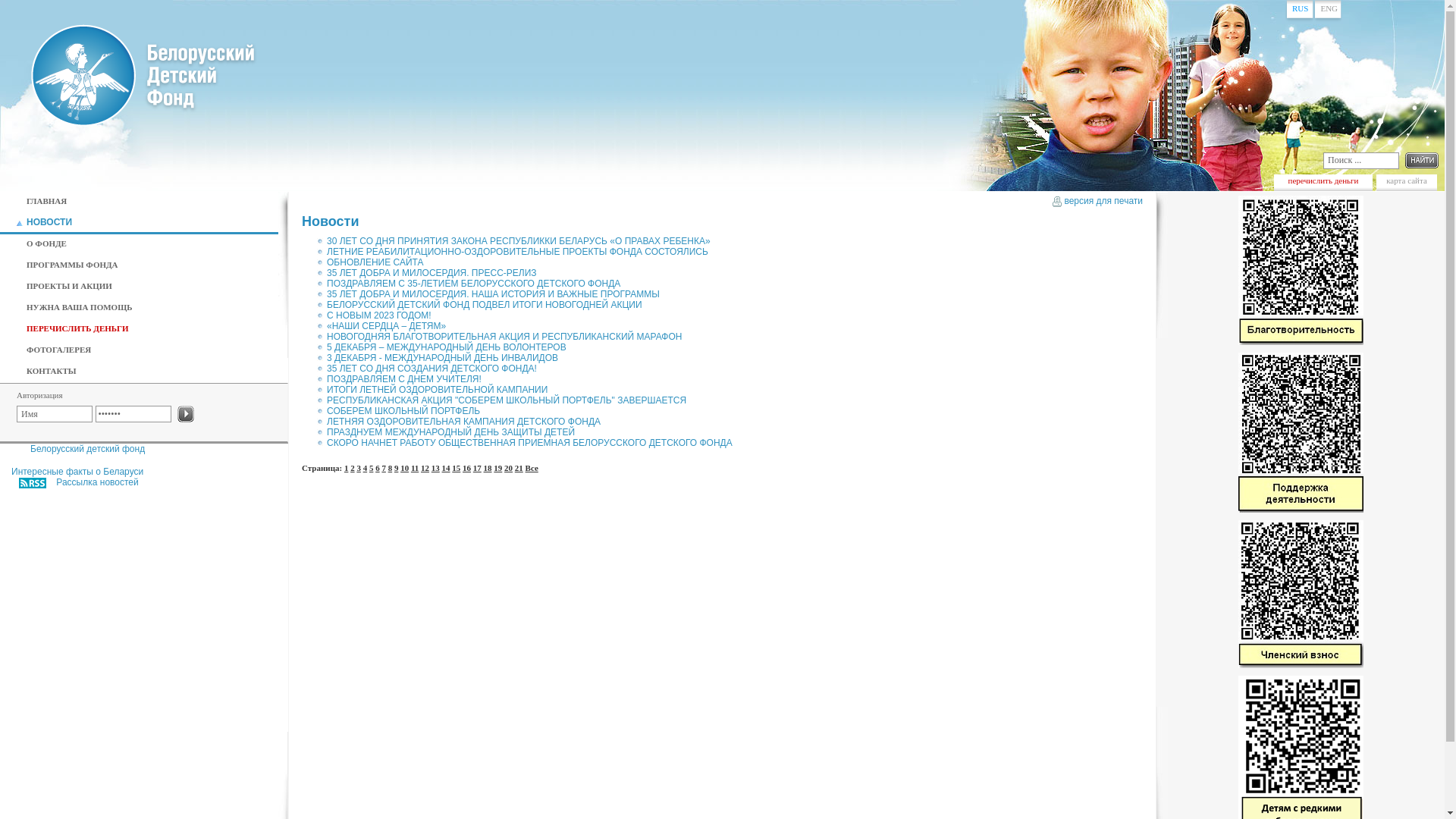 This screenshot has height=819, width=1456. I want to click on '15', so click(455, 463).